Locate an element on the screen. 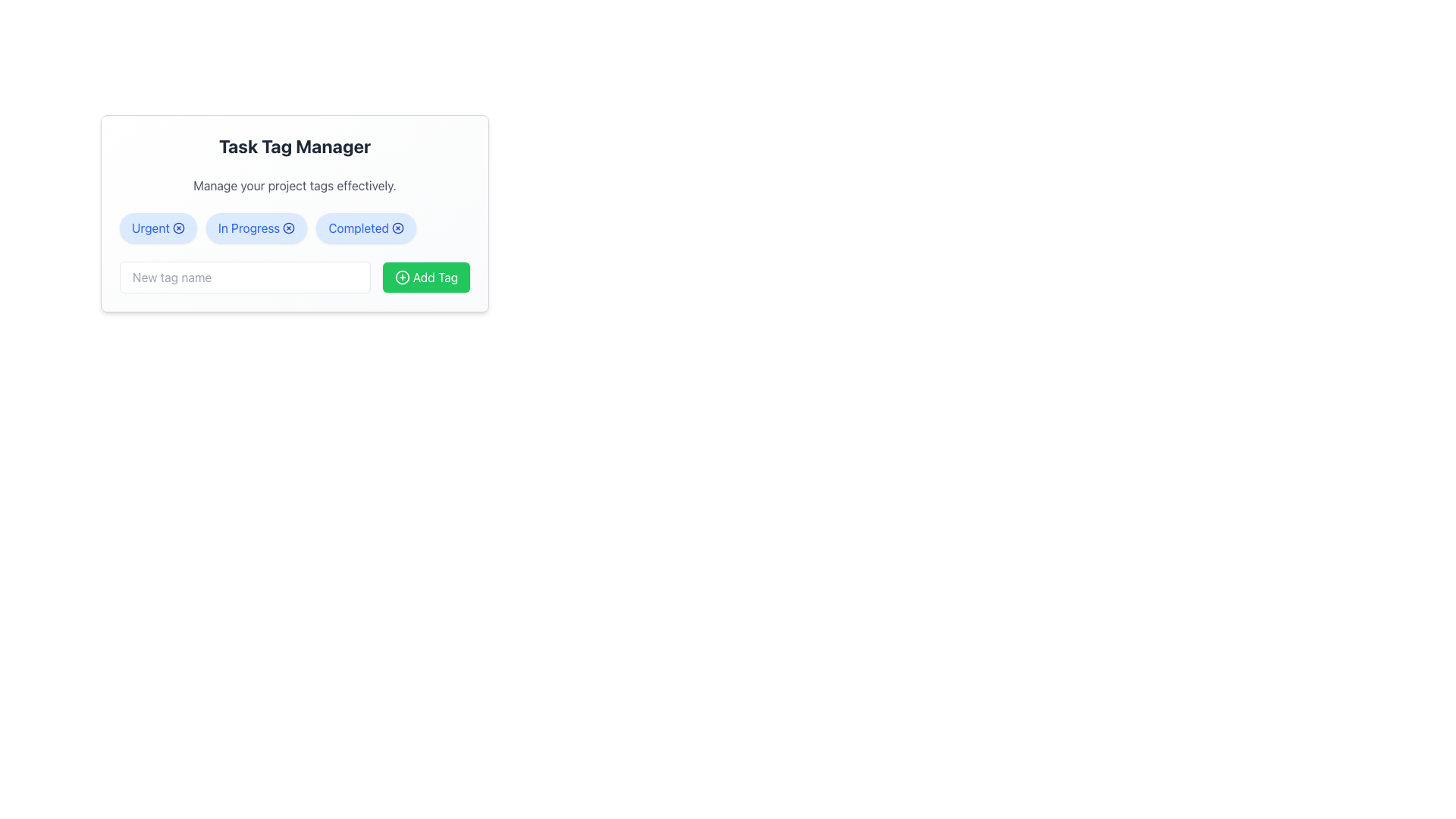  the text label displaying 'In Progress', which is styled in blue and located within the 'Task Tag Manager' section, between the 'Urgent' and 'Completed' tags is located at coordinates (249, 227).